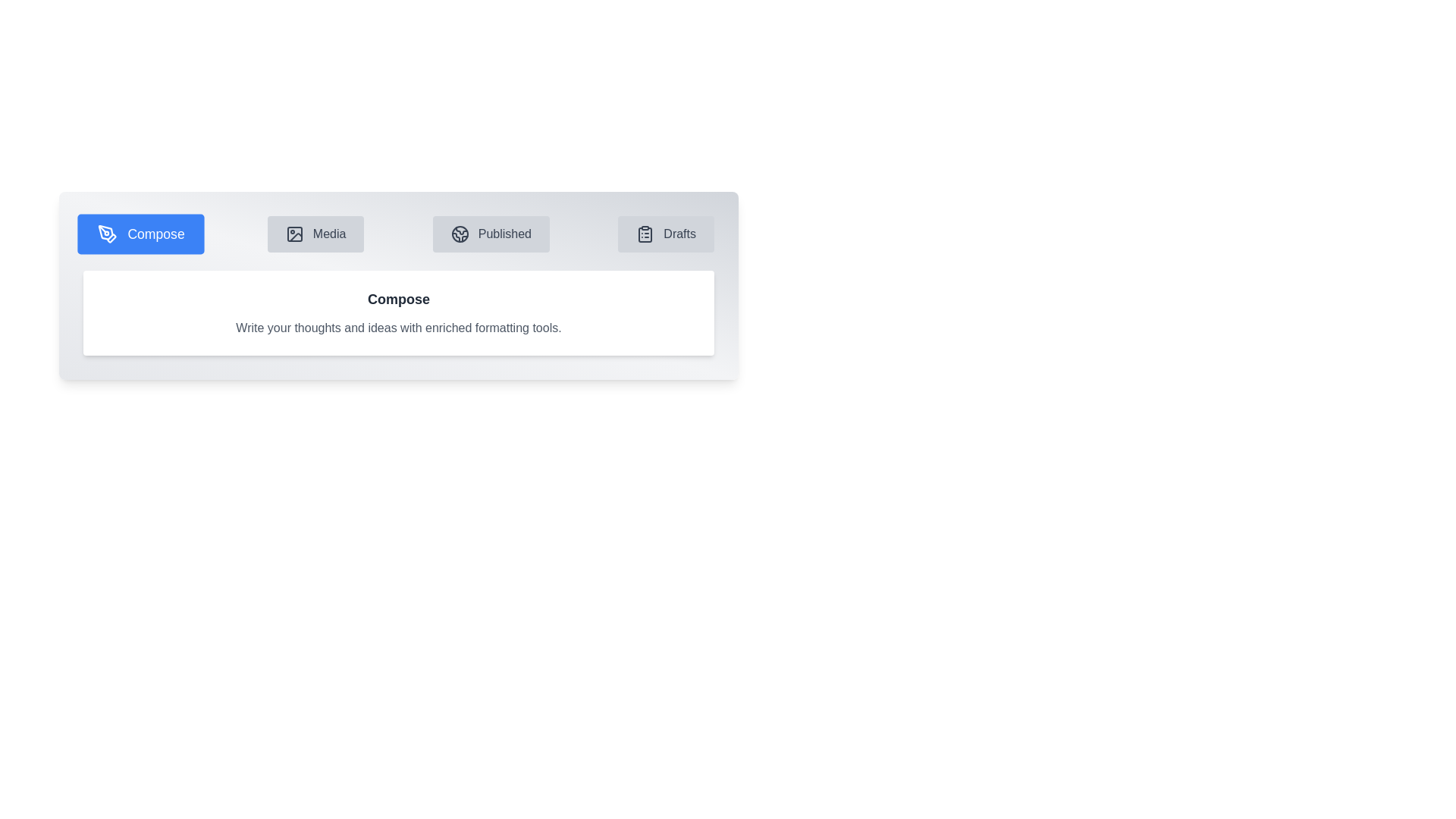 This screenshot has width=1456, height=819. Describe the element at coordinates (315, 234) in the screenshot. I see `the tab labeled Media` at that location.